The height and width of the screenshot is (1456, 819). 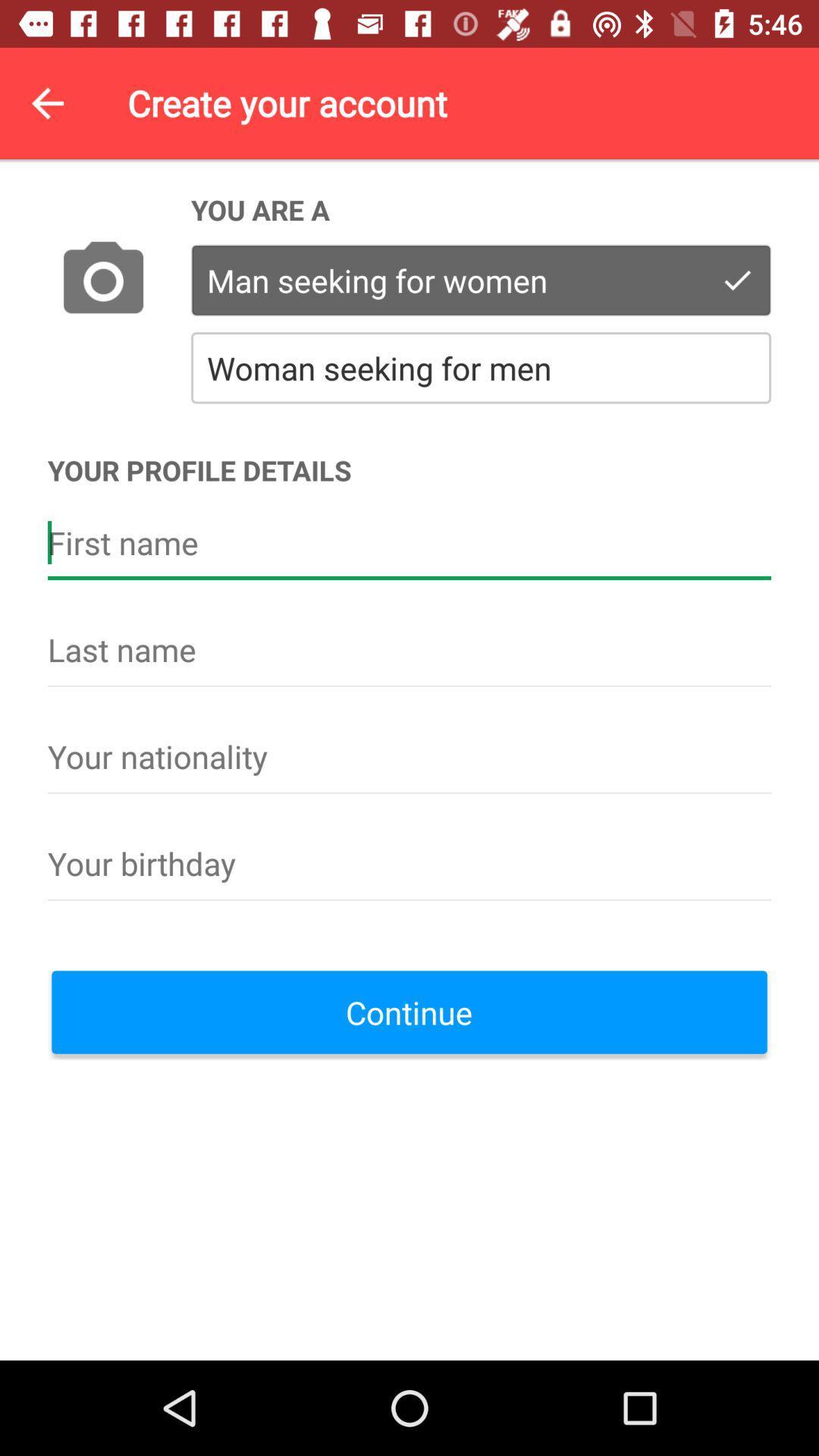 What do you see at coordinates (102, 281) in the screenshot?
I see `the icon above the your profile details icon` at bounding box center [102, 281].